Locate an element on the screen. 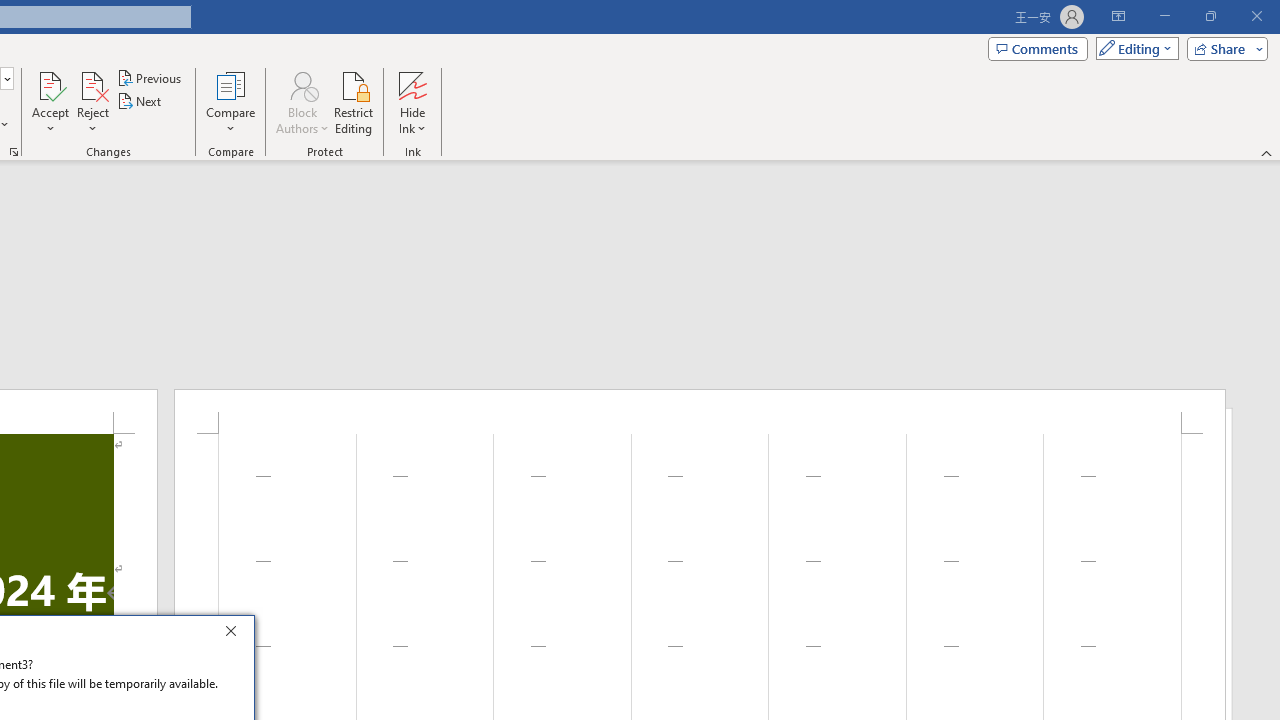 This screenshot has width=1280, height=720. 'Block Authors' is located at coordinates (301, 84).